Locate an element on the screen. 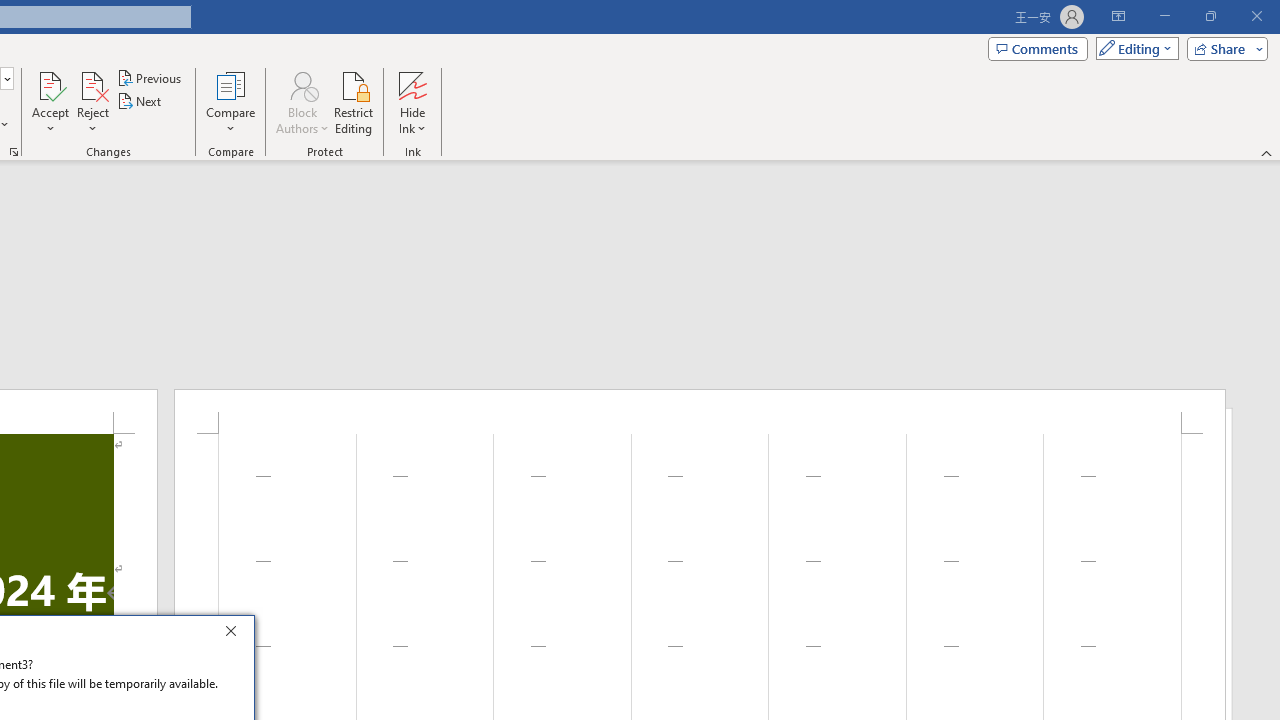 This screenshot has width=1280, height=720. 'Block Authors' is located at coordinates (301, 84).